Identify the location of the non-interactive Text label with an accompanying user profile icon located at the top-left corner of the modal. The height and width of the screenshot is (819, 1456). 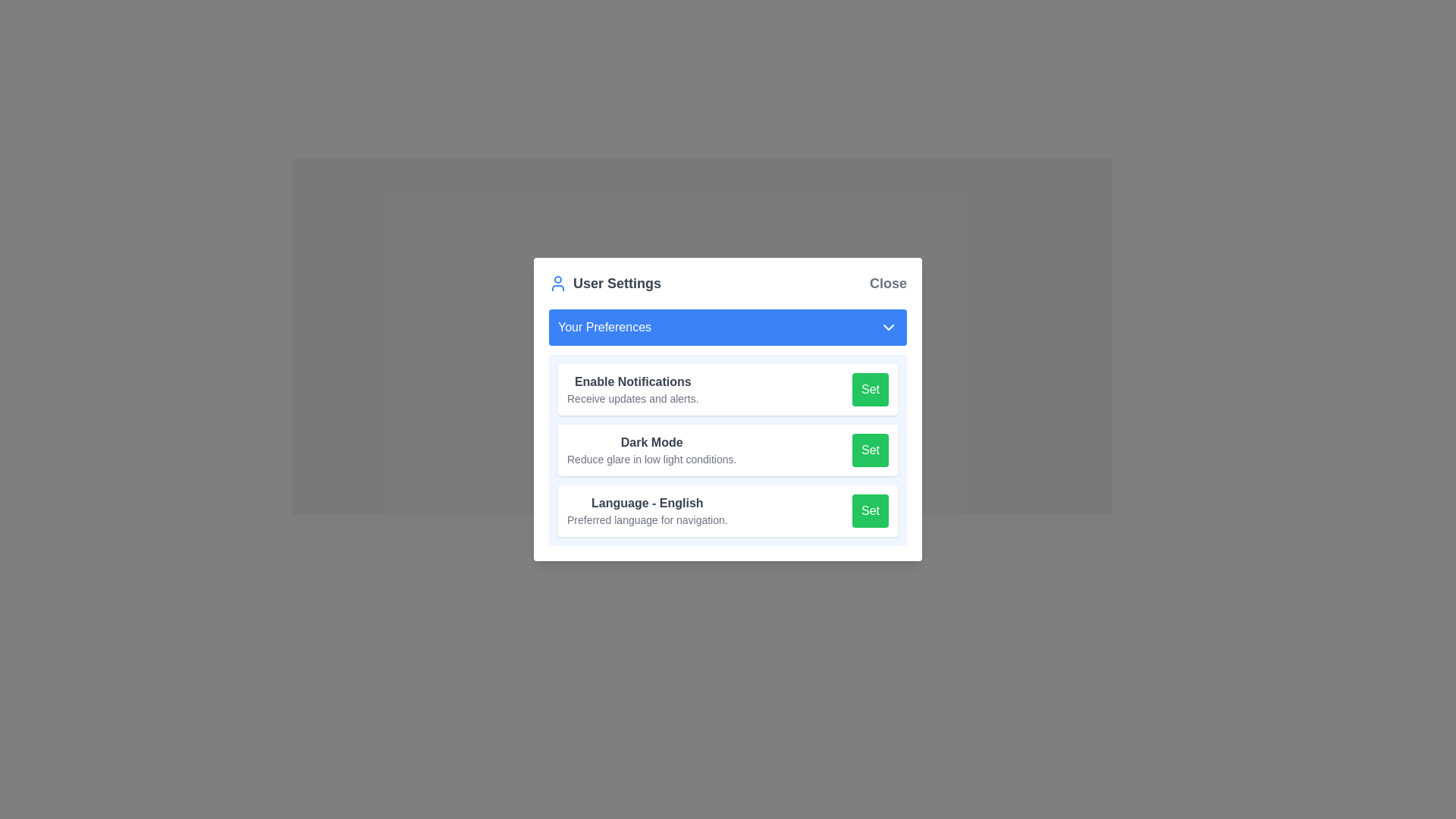
(604, 284).